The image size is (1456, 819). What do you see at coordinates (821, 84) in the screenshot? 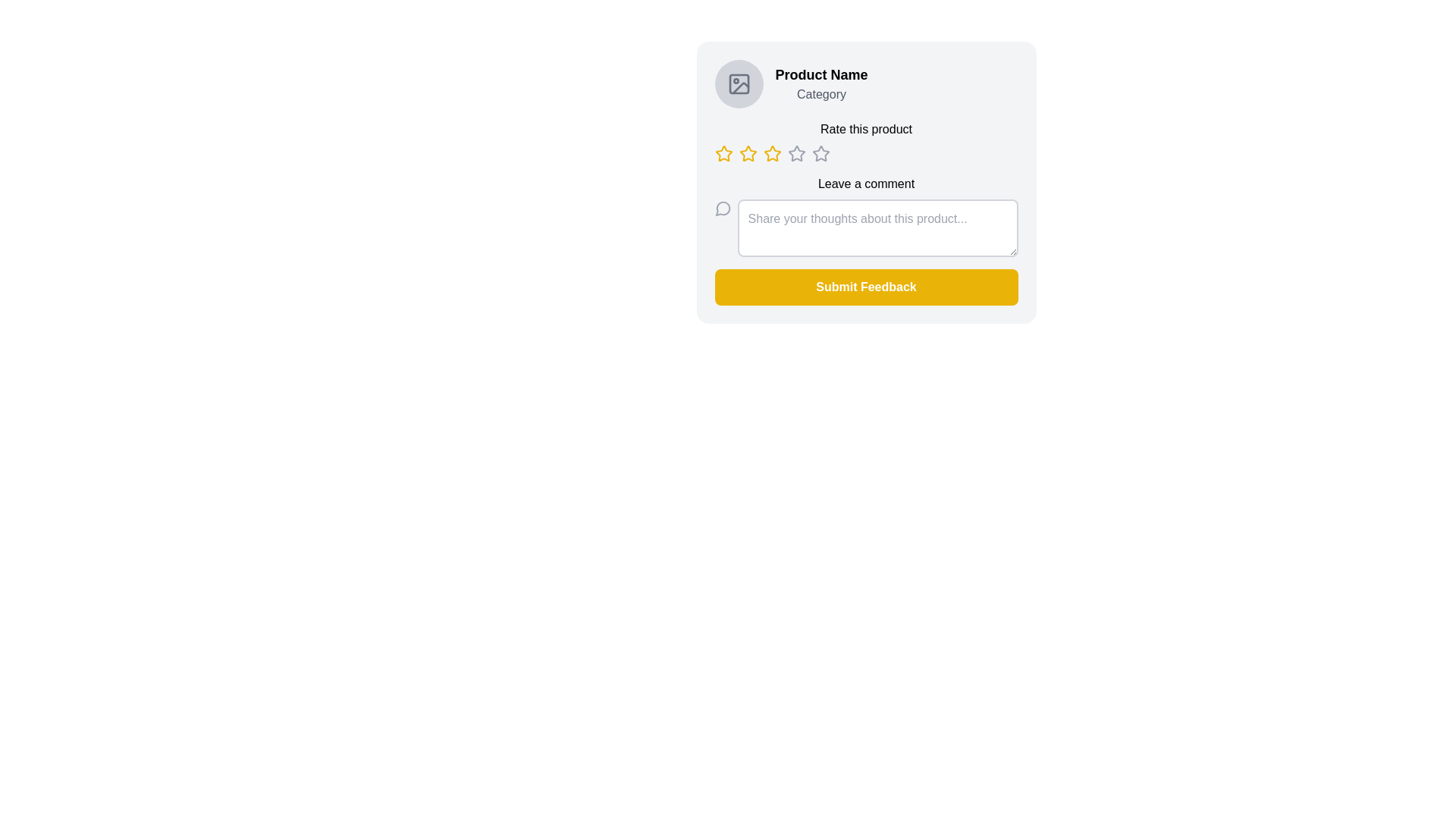
I see `the Text Label that serves as a descriptive title for the product, positioned to the right of a circular icon placeholder at the top of the UI panel` at bounding box center [821, 84].